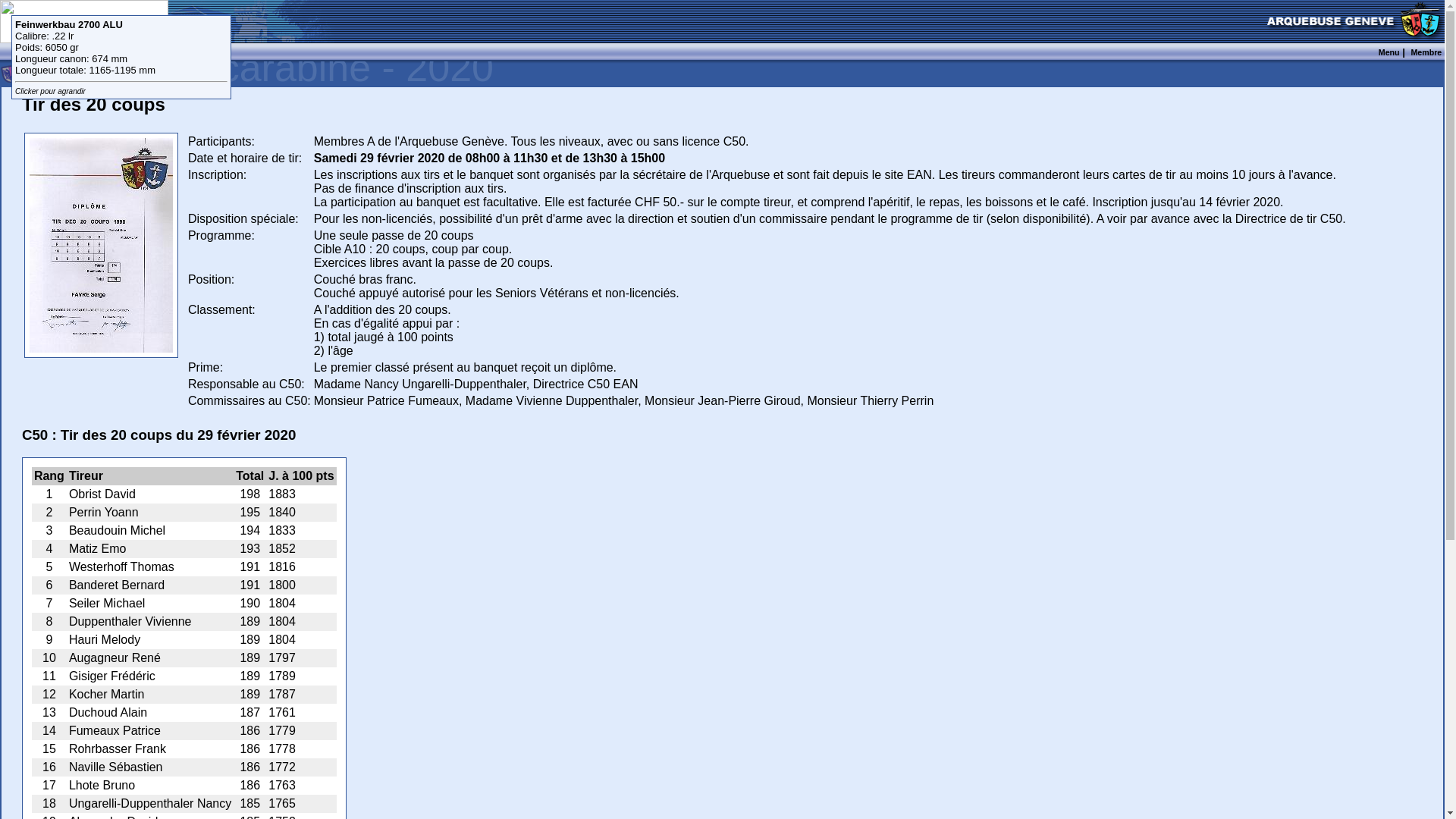 This screenshot has height=819, width=1456. What do you see at coordinates (1425, 51) in the screenshot?
I see `'Membre'` at bounding box center [1425, 51].